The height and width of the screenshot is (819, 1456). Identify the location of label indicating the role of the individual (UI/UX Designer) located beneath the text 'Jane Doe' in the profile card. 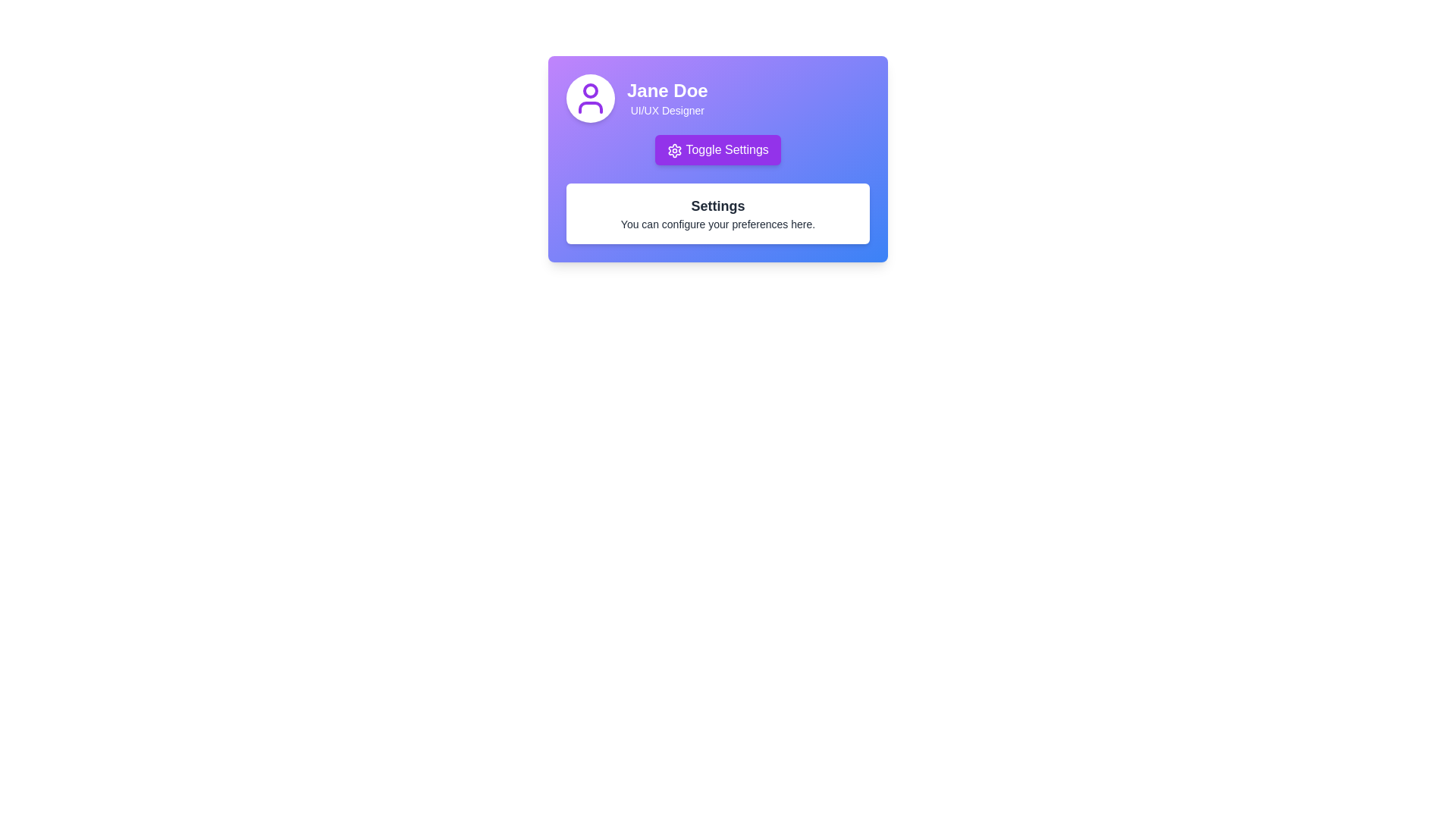
(667, 110).